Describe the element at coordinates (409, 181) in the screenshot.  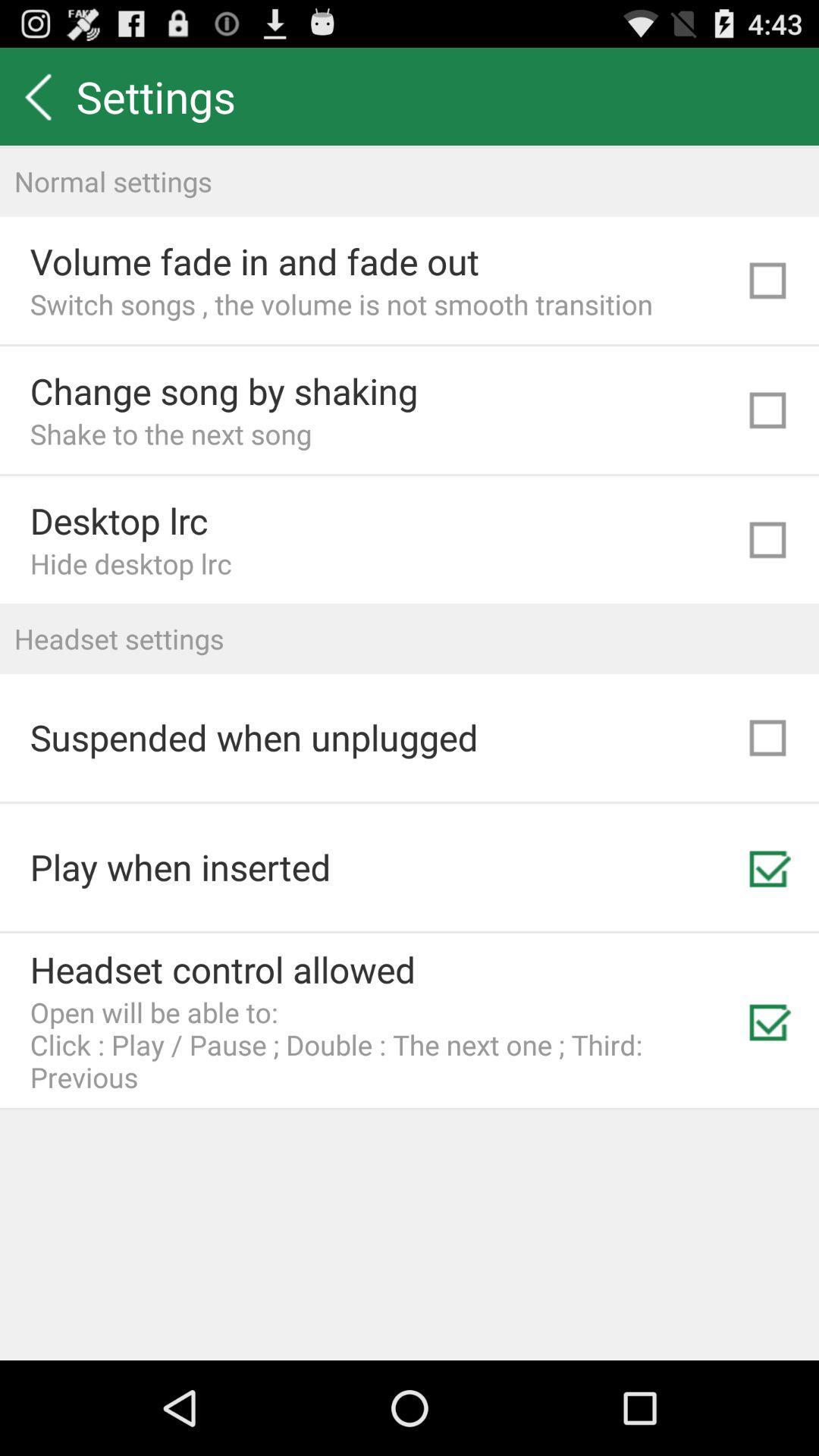
I see `normal settings icon` at that location.